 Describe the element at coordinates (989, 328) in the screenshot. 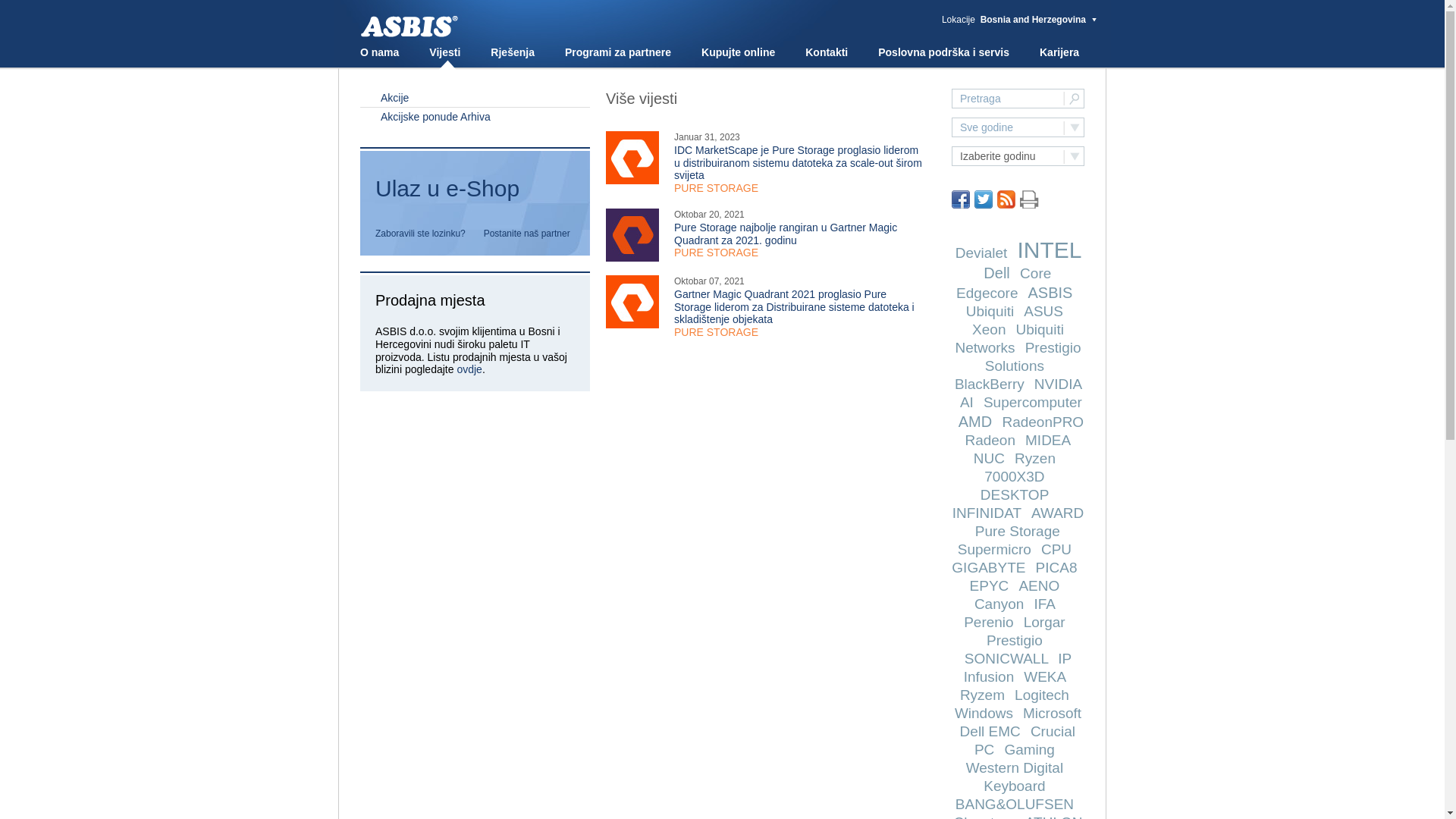

I see `'Xeon'` at that location.